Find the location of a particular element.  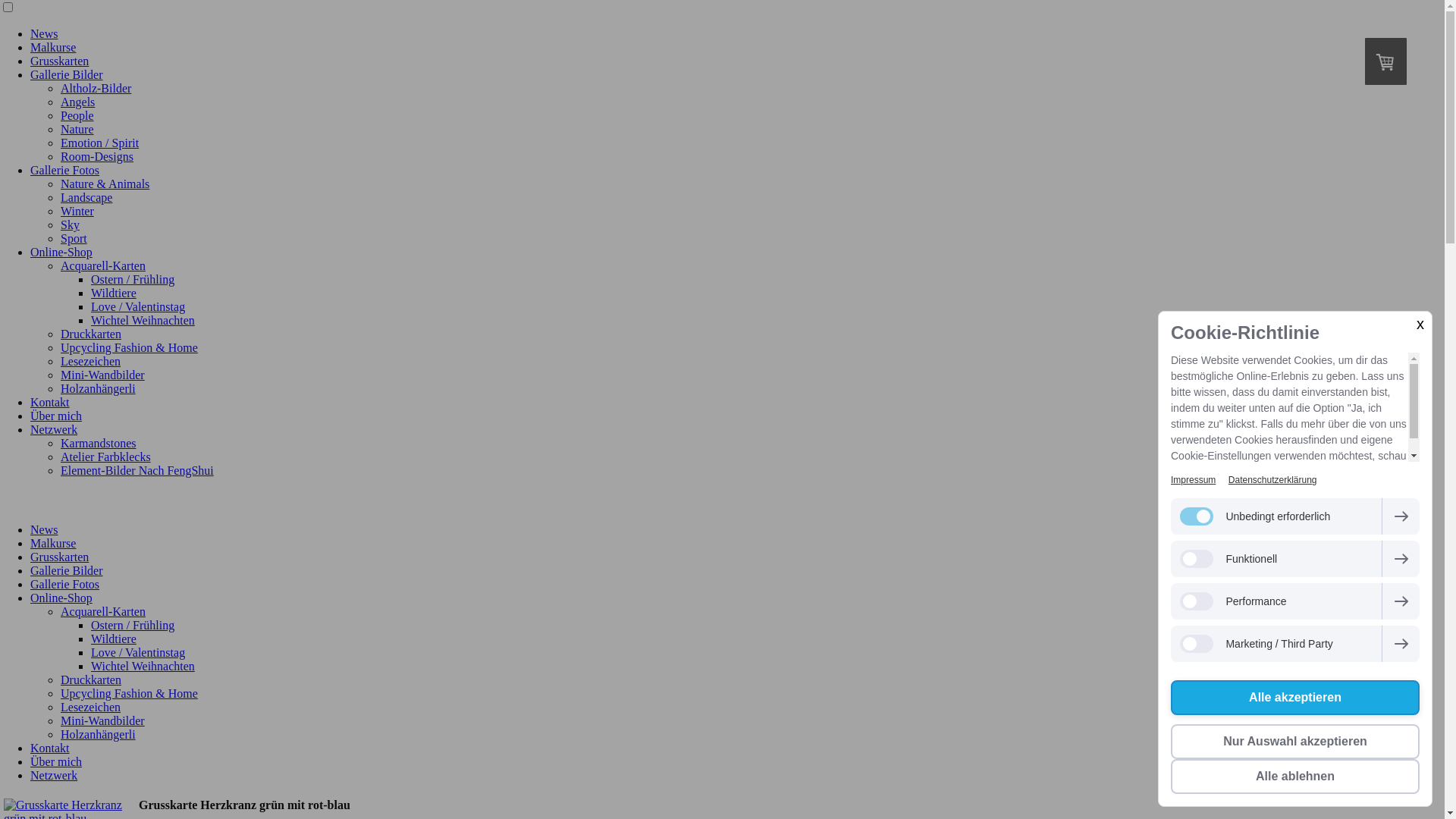

'Wildtiere' is located at coordinates (112, 639).